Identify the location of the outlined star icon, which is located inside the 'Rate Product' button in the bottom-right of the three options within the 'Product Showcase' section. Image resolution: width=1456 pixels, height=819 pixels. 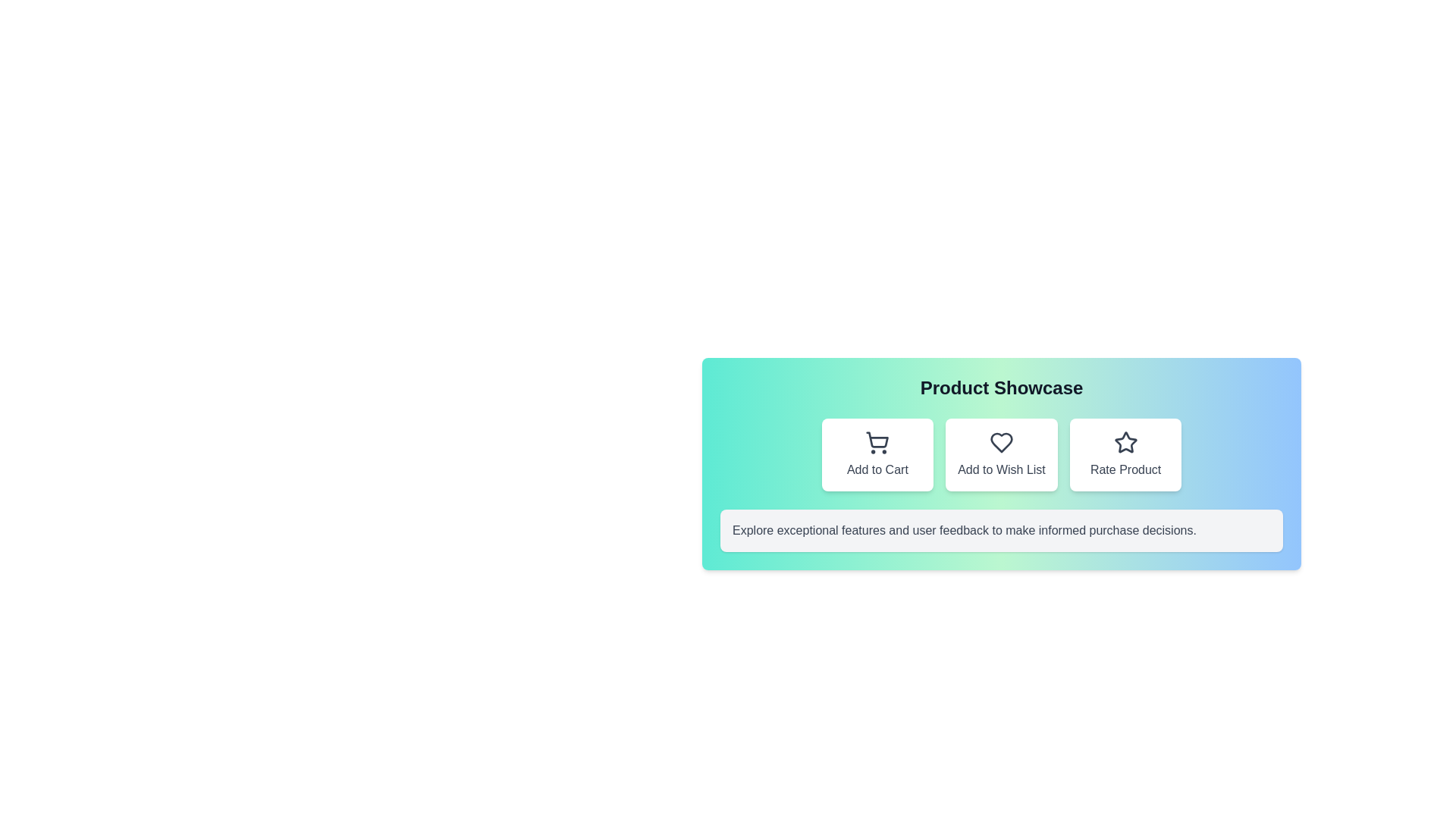
(1125, 442).